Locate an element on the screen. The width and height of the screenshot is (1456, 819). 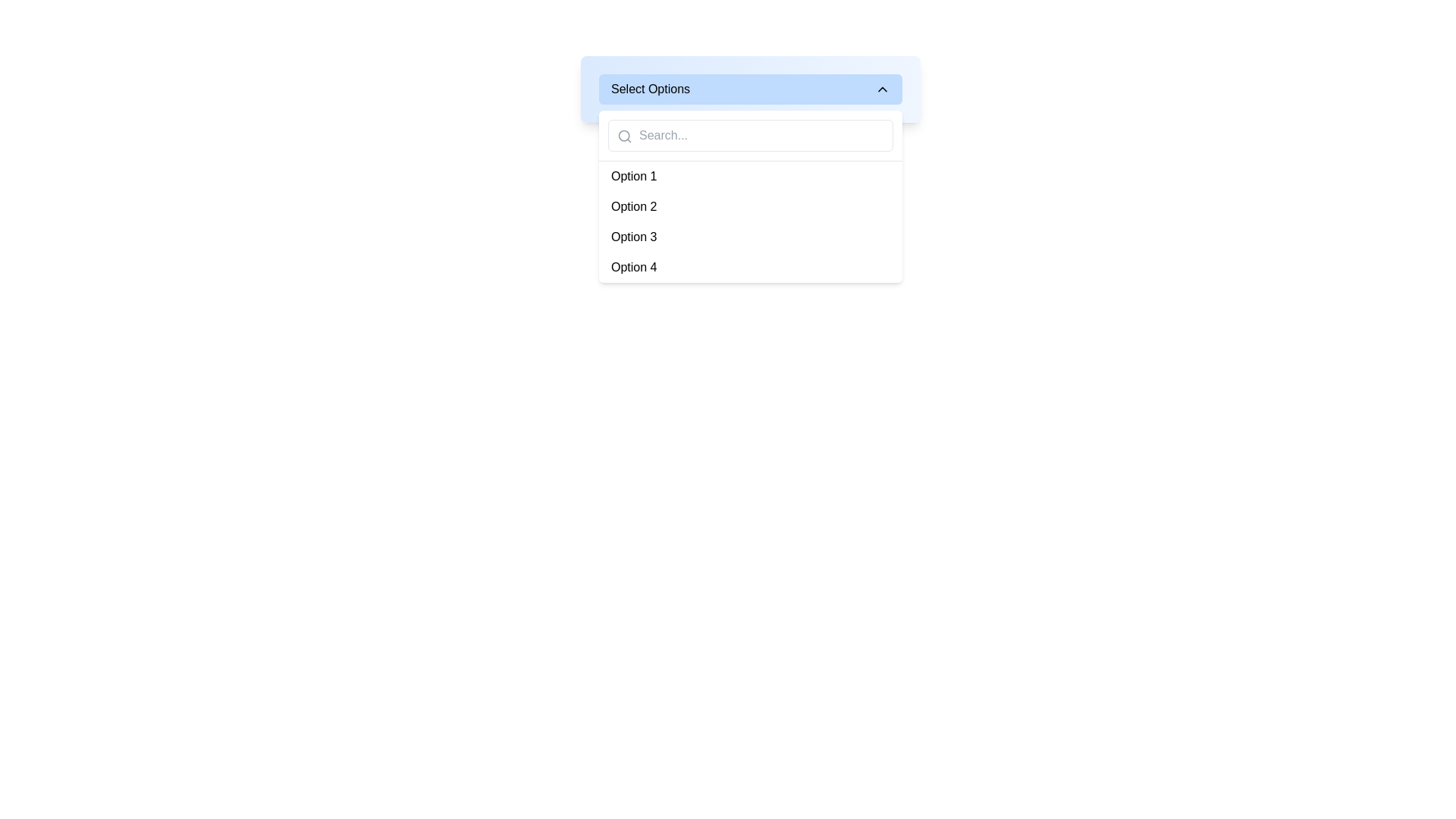
the selectable dropdown item labeled 'Option 2' is located at coordinates (634, 207).